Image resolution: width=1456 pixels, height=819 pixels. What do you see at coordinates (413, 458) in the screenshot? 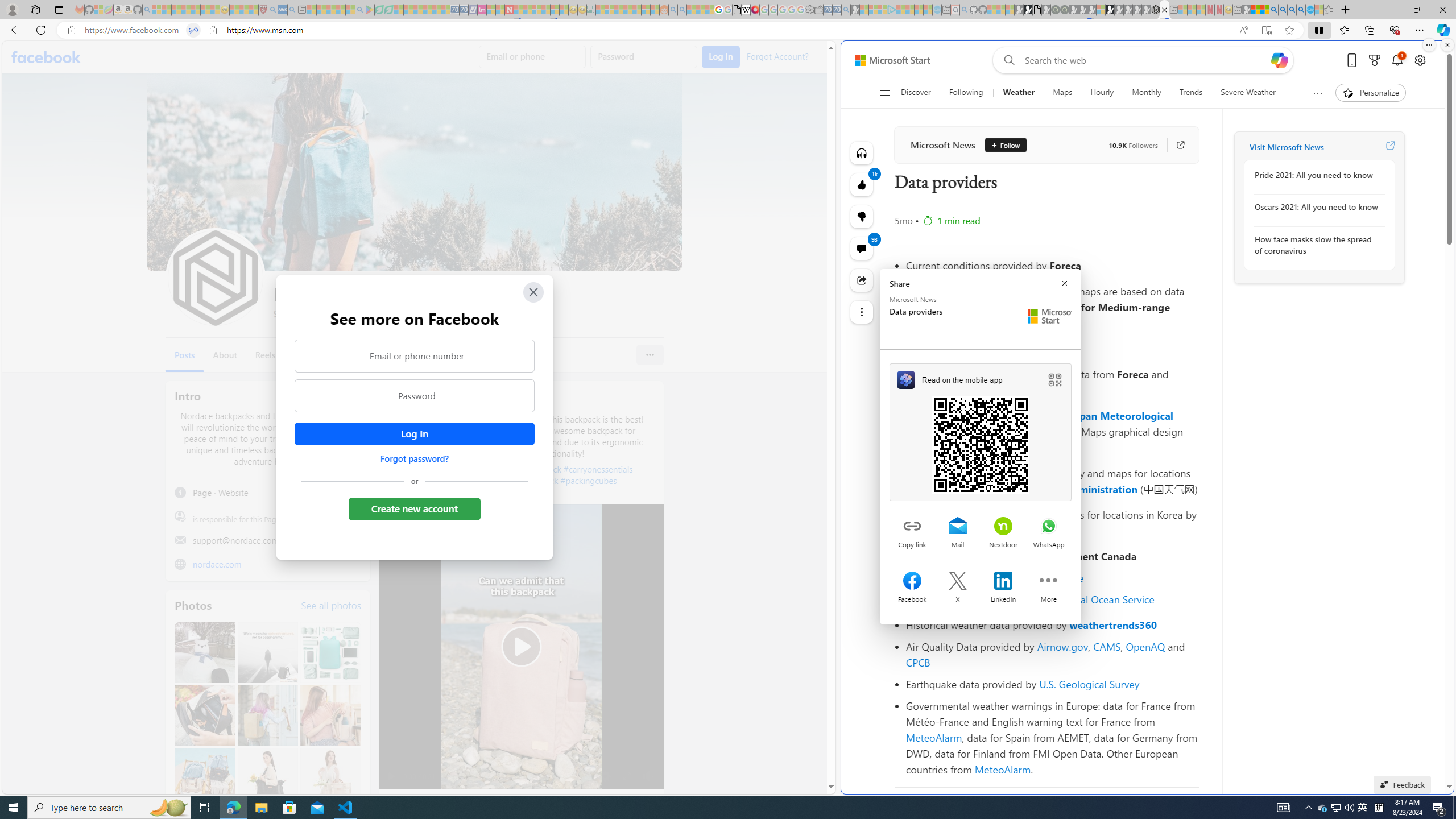
I see `'Forgot password?'` at bounding box center [413, 458].